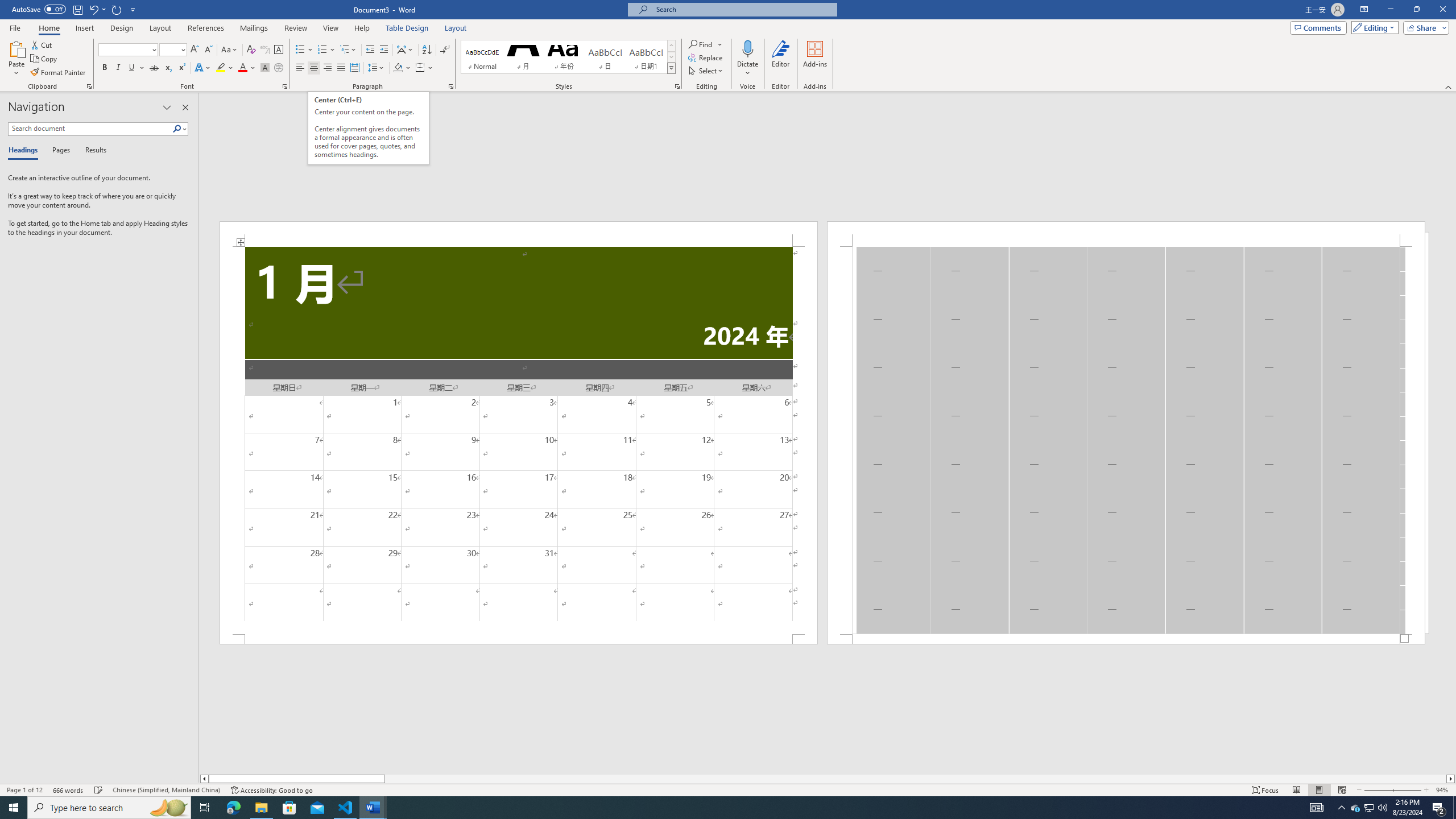 The height and width of the screenshot is (819, 1456). What do you see at coordinates (1126, 638) in the screenshot?
I see `'Footer -Section 1-'` at bounding box center [1126, 638].